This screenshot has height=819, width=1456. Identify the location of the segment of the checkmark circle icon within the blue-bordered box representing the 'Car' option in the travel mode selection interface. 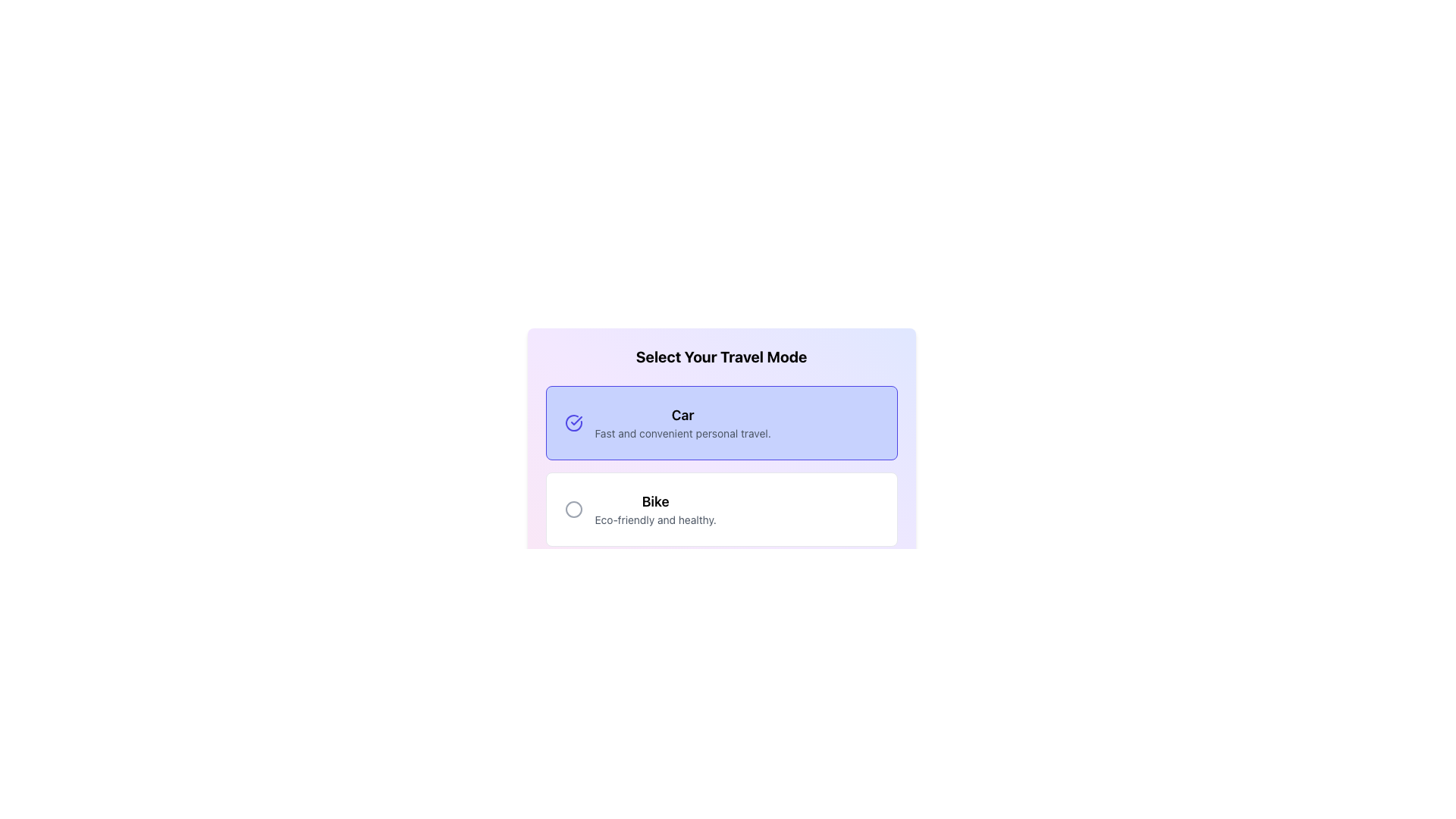
(573, 423).